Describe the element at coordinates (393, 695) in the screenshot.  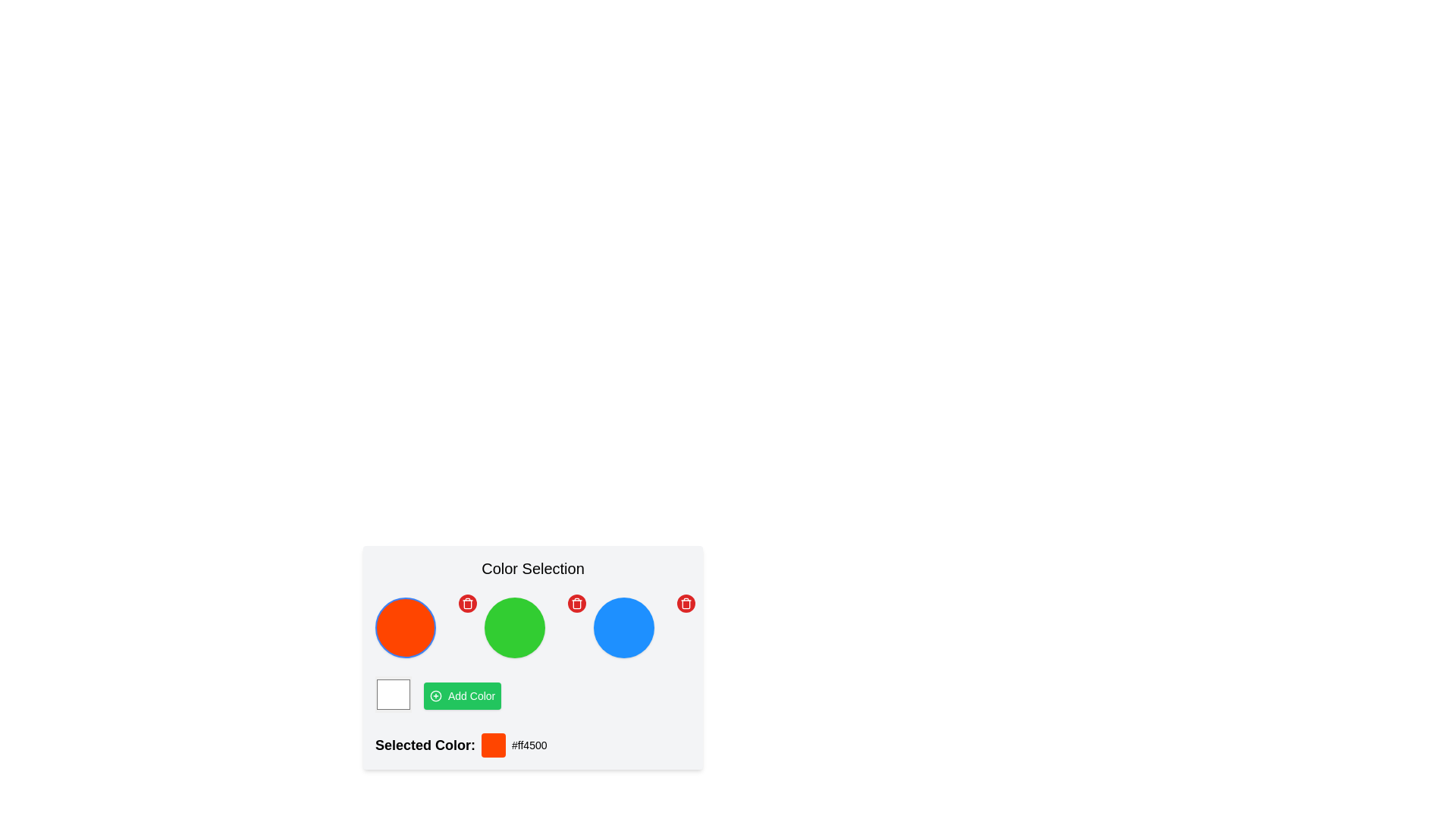
I see `the leftmost color selector in the lower row of the color selection panel` at that location.